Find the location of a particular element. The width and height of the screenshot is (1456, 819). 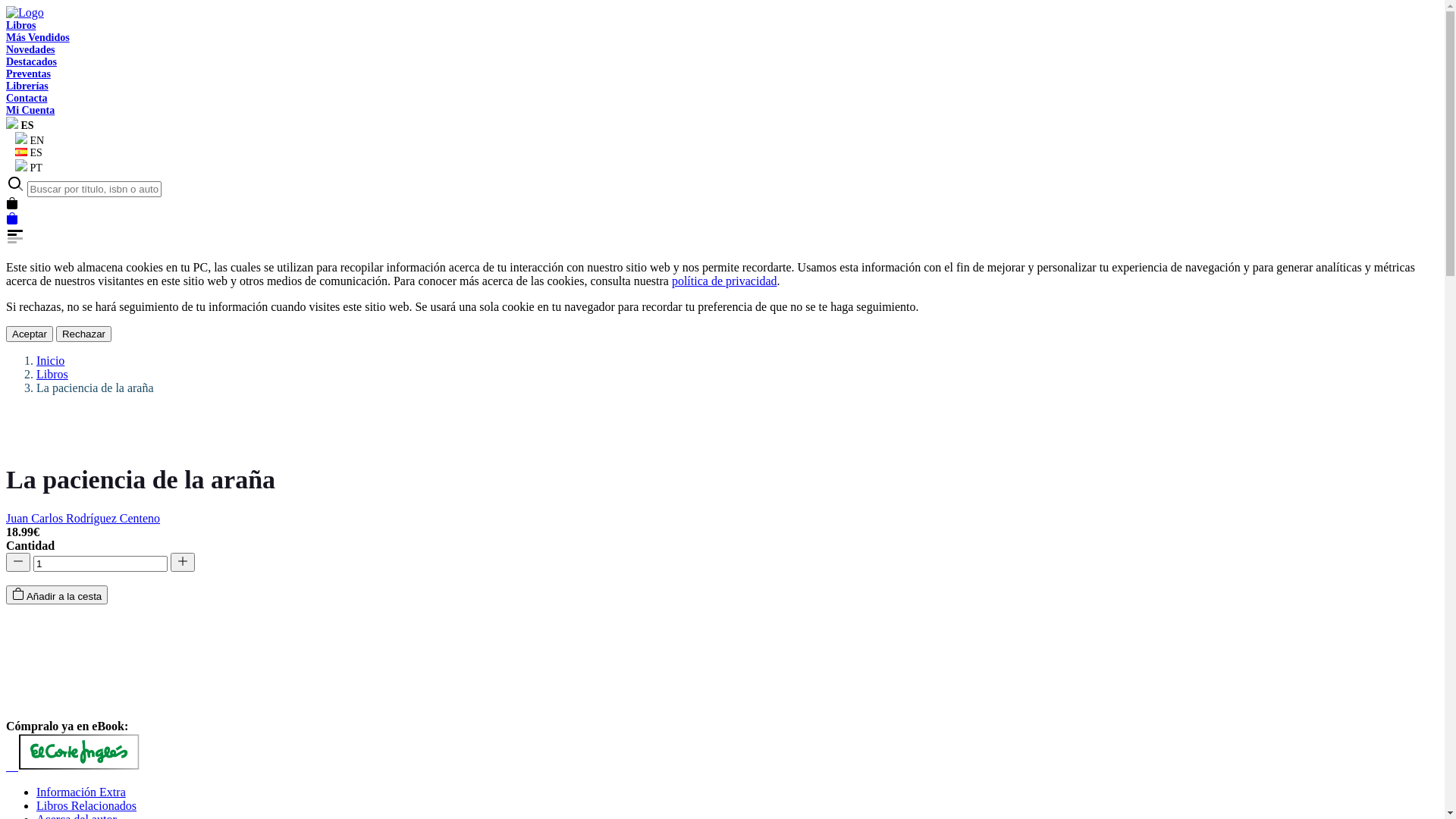

'ES' is located at coordinates (20, 124).